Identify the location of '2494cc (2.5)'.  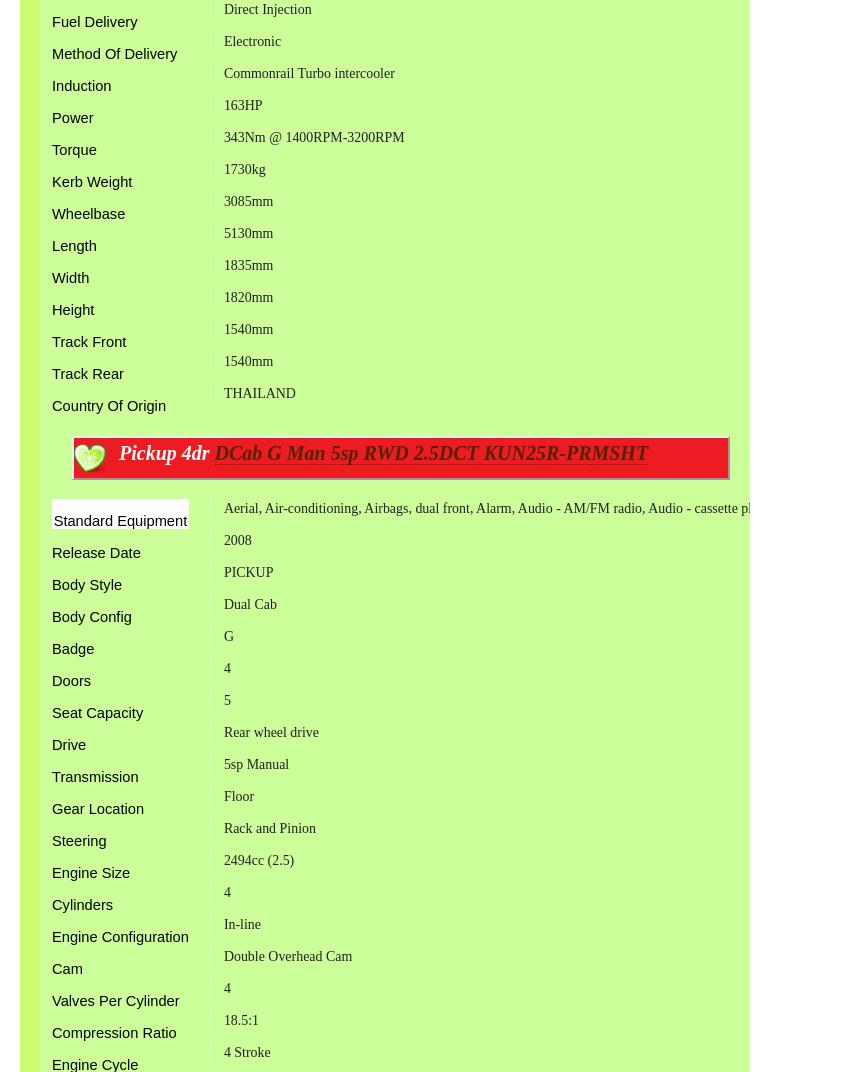
(258, 858).